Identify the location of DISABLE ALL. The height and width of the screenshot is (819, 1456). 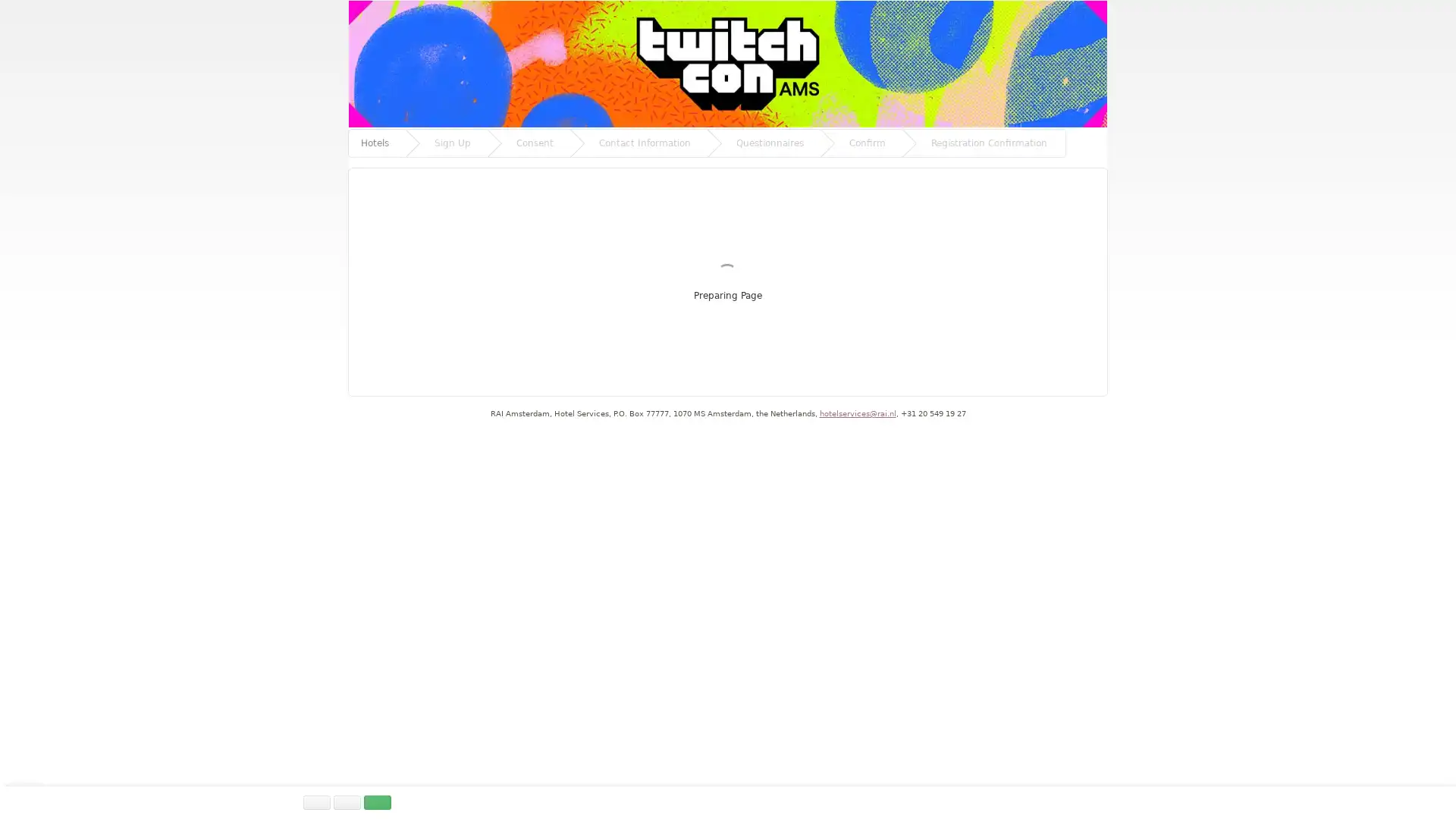
(1065, 797).